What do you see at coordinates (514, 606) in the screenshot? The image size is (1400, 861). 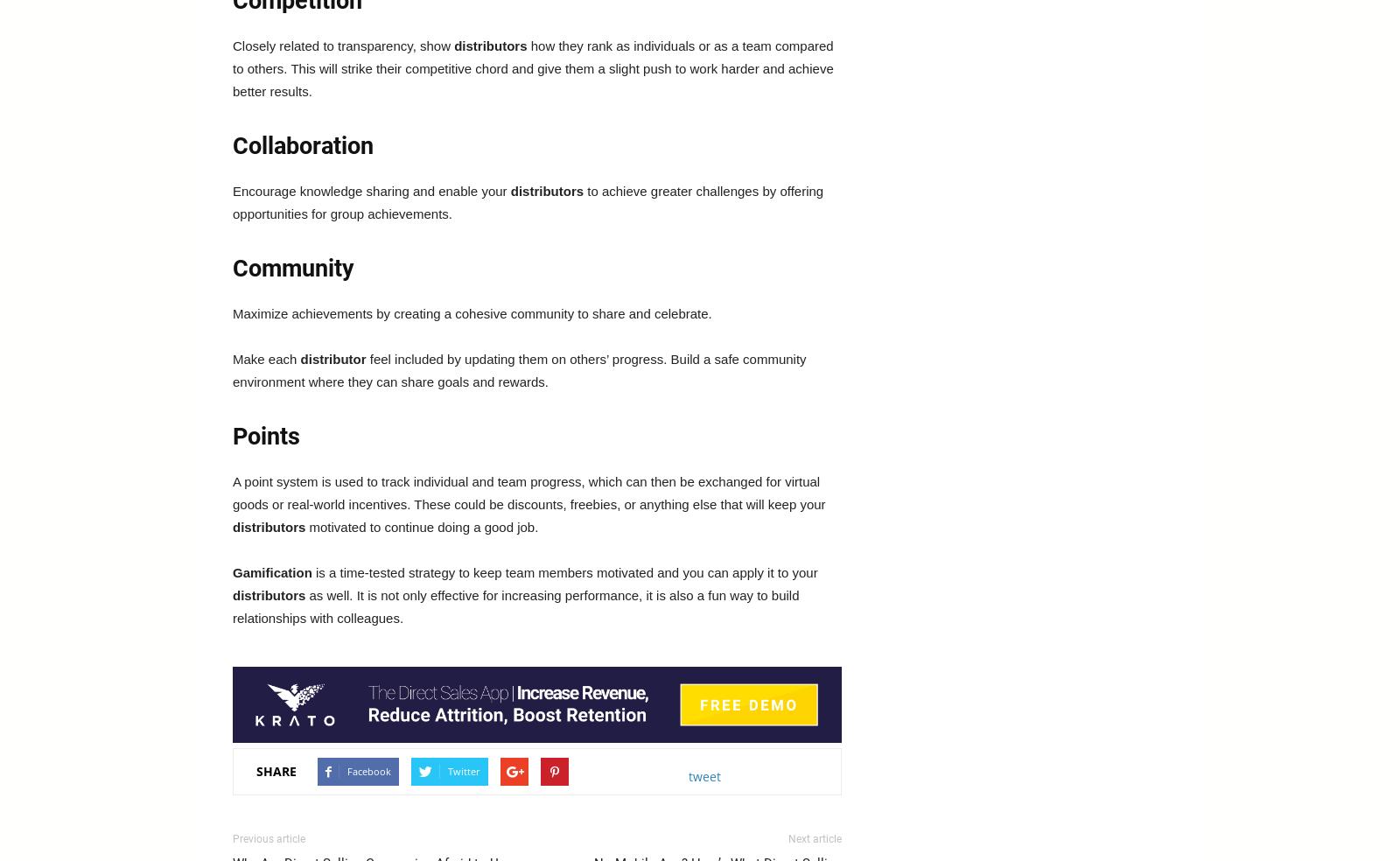 I see `'as well. It is not only effective for increasing performance, it is also a fun way to build relationships with colleagues.'` at bounding box center [514, 606].